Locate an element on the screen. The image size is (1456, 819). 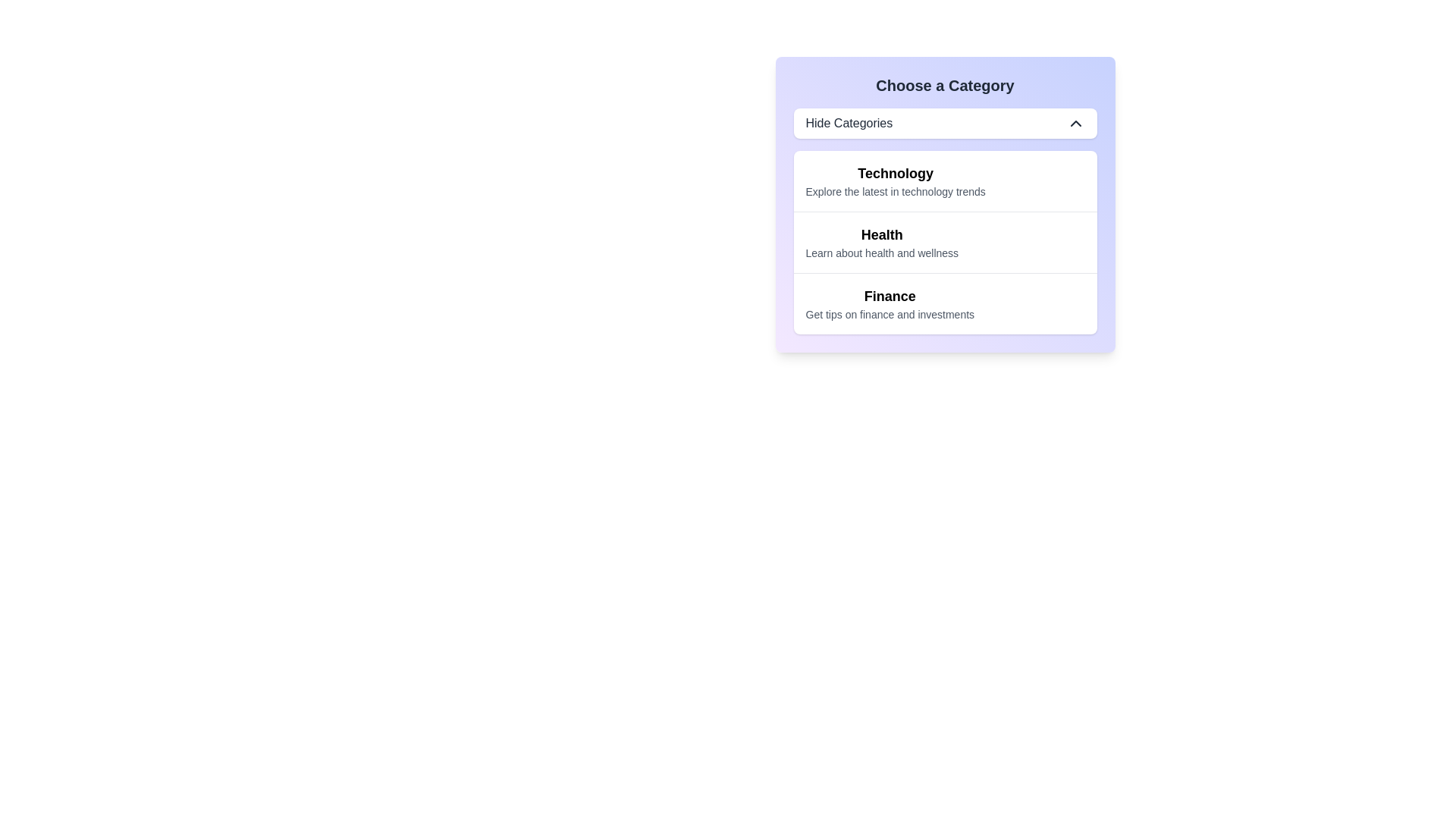
the text component displaying 'Explore the latest in technology trends,' which is positioned below the 'Technology' heading, by clicking on it is located at coordinates (896, 191).